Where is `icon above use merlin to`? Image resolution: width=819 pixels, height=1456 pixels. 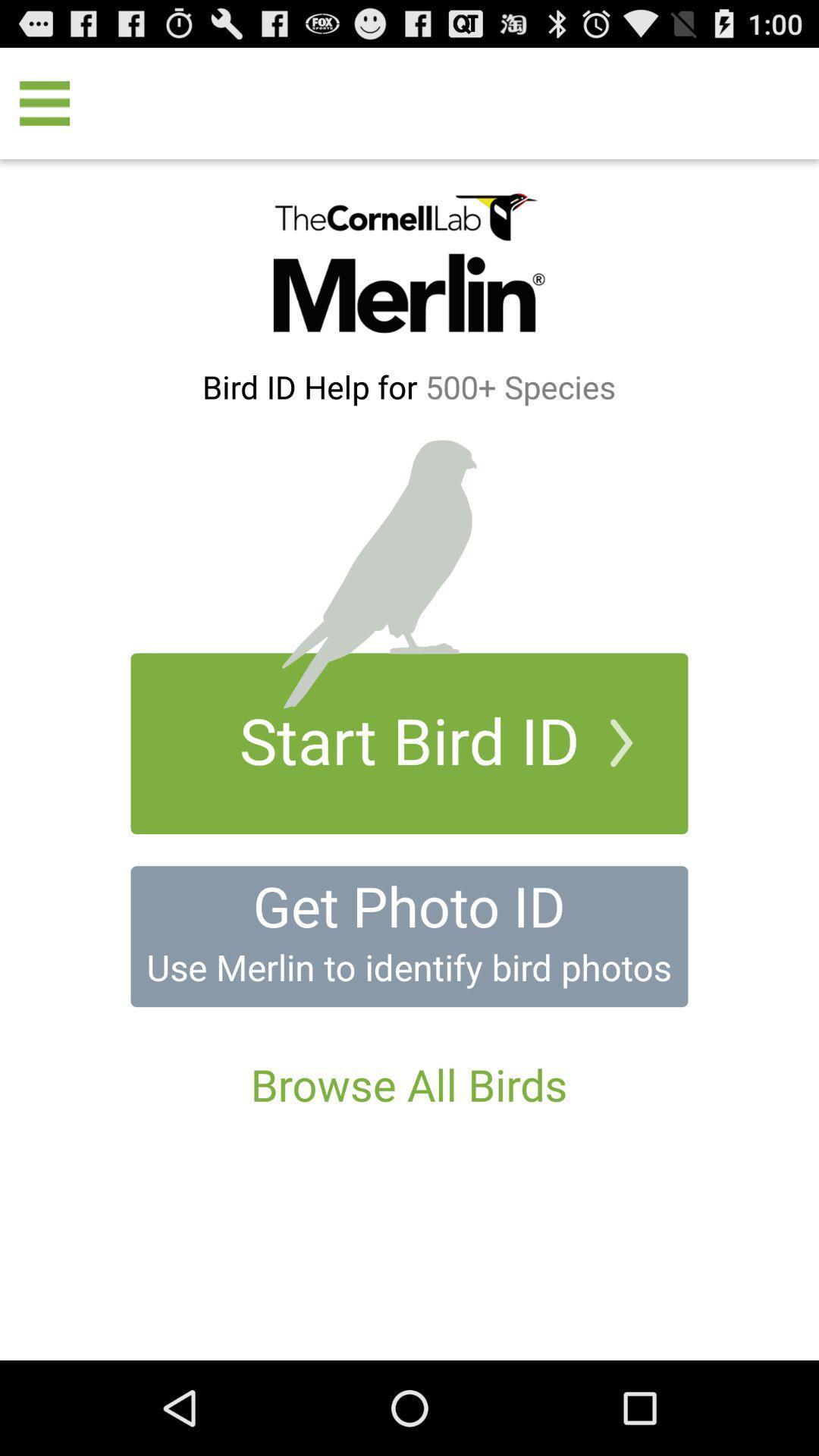
icon above use merlin to is located at coordinates (408, 905).